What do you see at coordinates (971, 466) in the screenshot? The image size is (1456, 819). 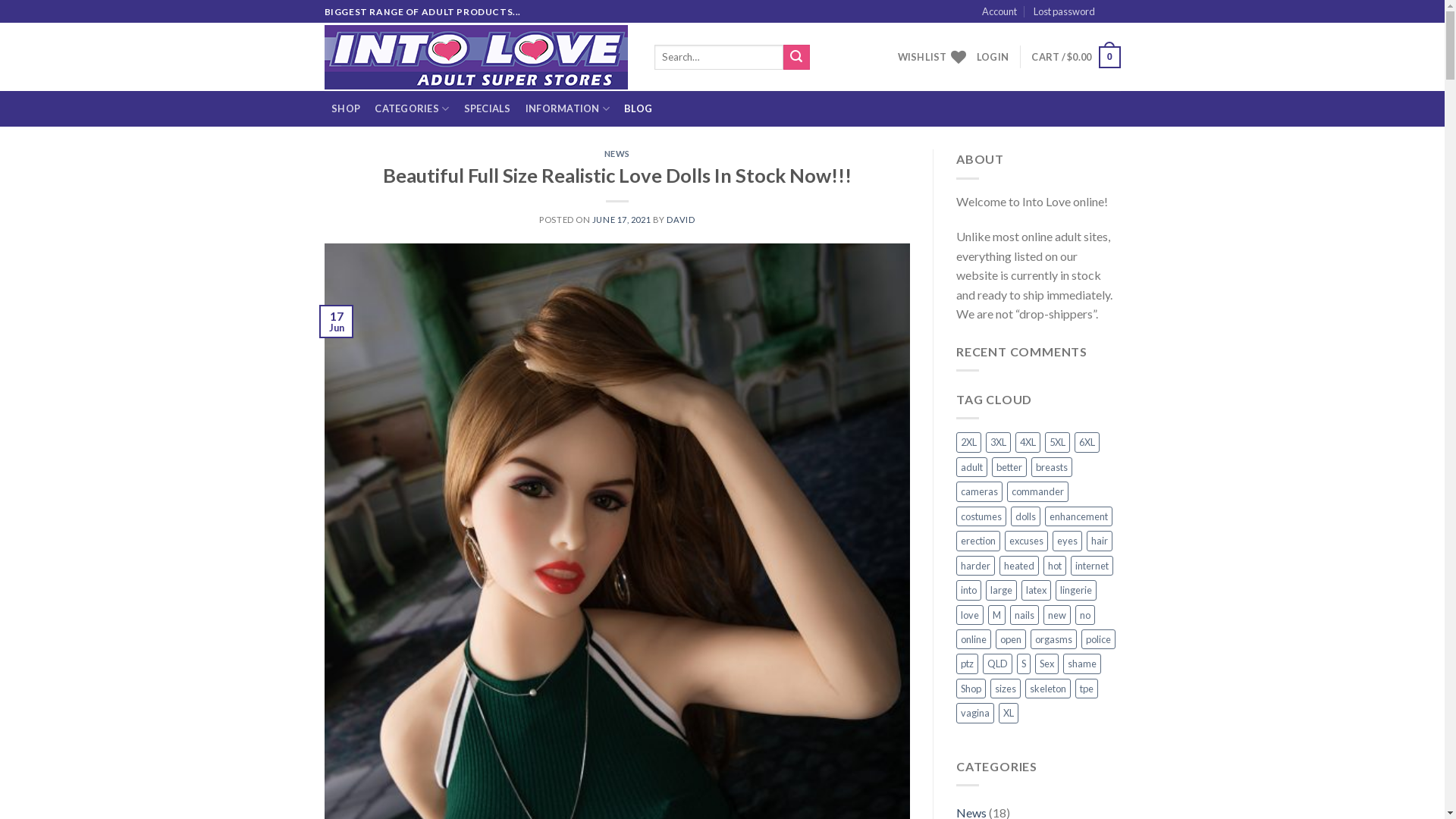 I see `'adult'` at bounding box center [971, 466].